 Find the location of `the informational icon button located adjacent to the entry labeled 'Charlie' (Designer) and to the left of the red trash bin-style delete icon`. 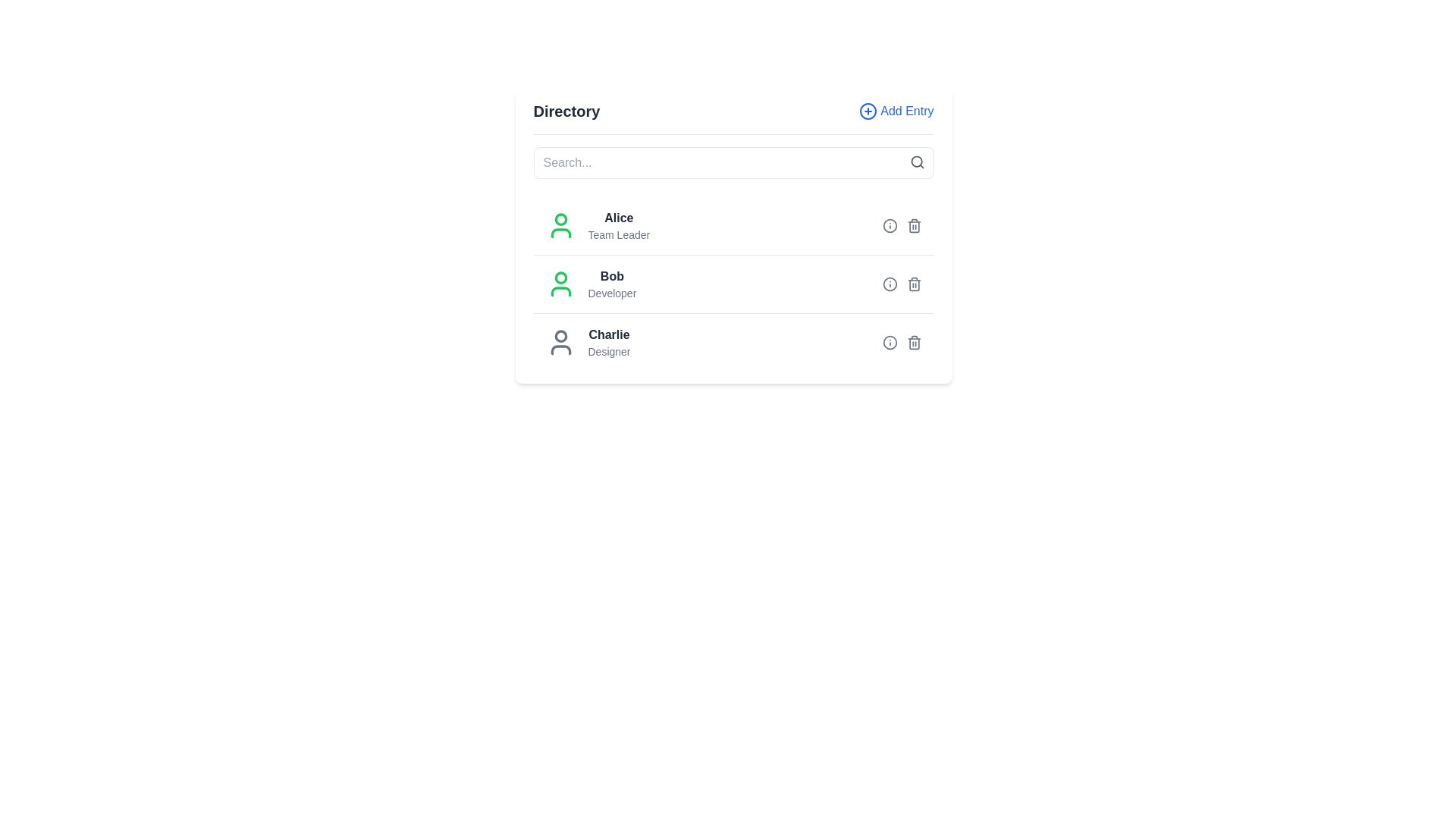

the informational icon button located adjacent to the entry labeled 'Charlie' (Designer) and to the left of the red trash bin-style delete icon is located at coordinates (890, 342).